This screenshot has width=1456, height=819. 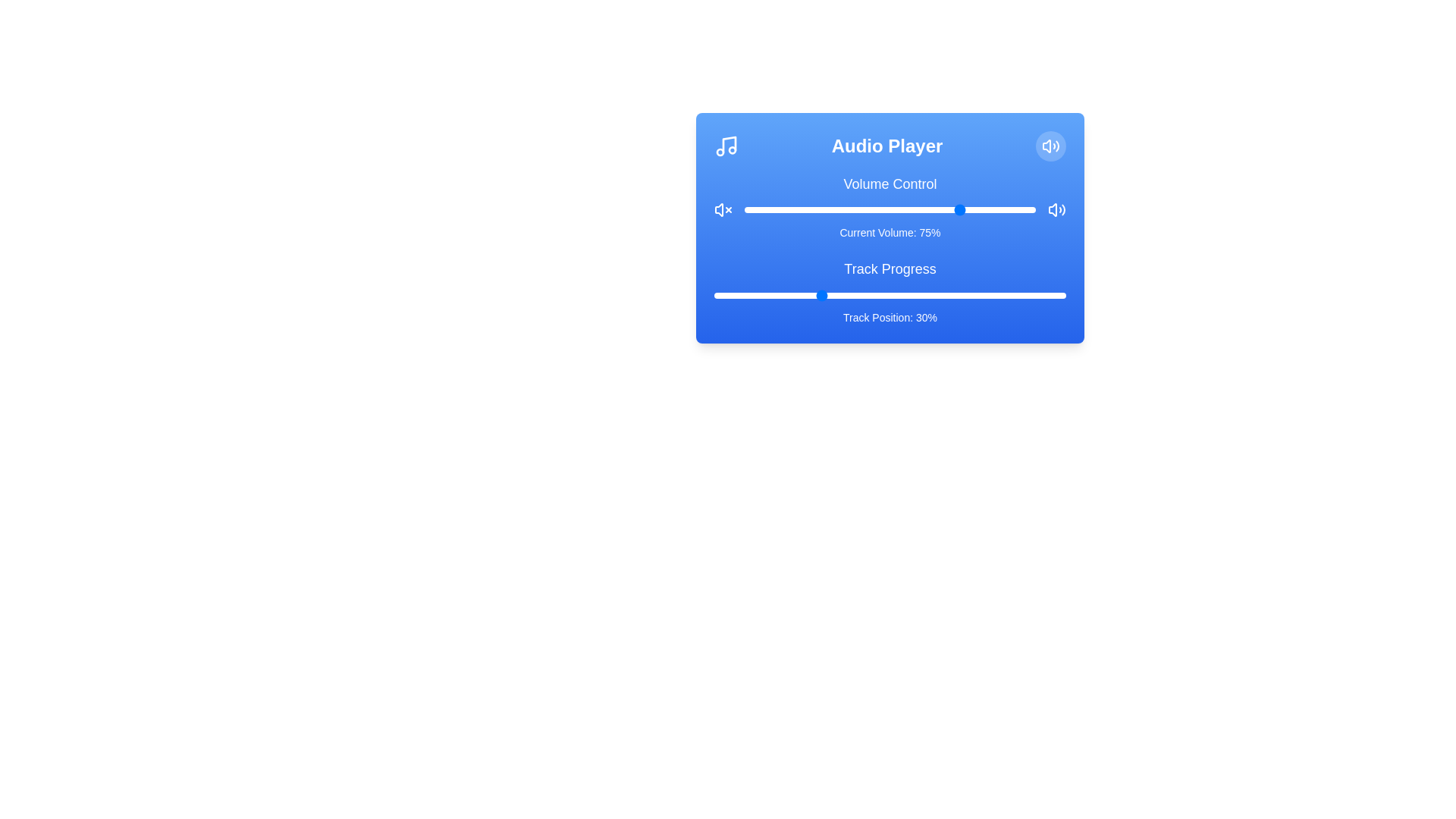 What do you see at coordinates (896, 207) in the screenshot?
I see `volume` at bounding box center [896, 207].